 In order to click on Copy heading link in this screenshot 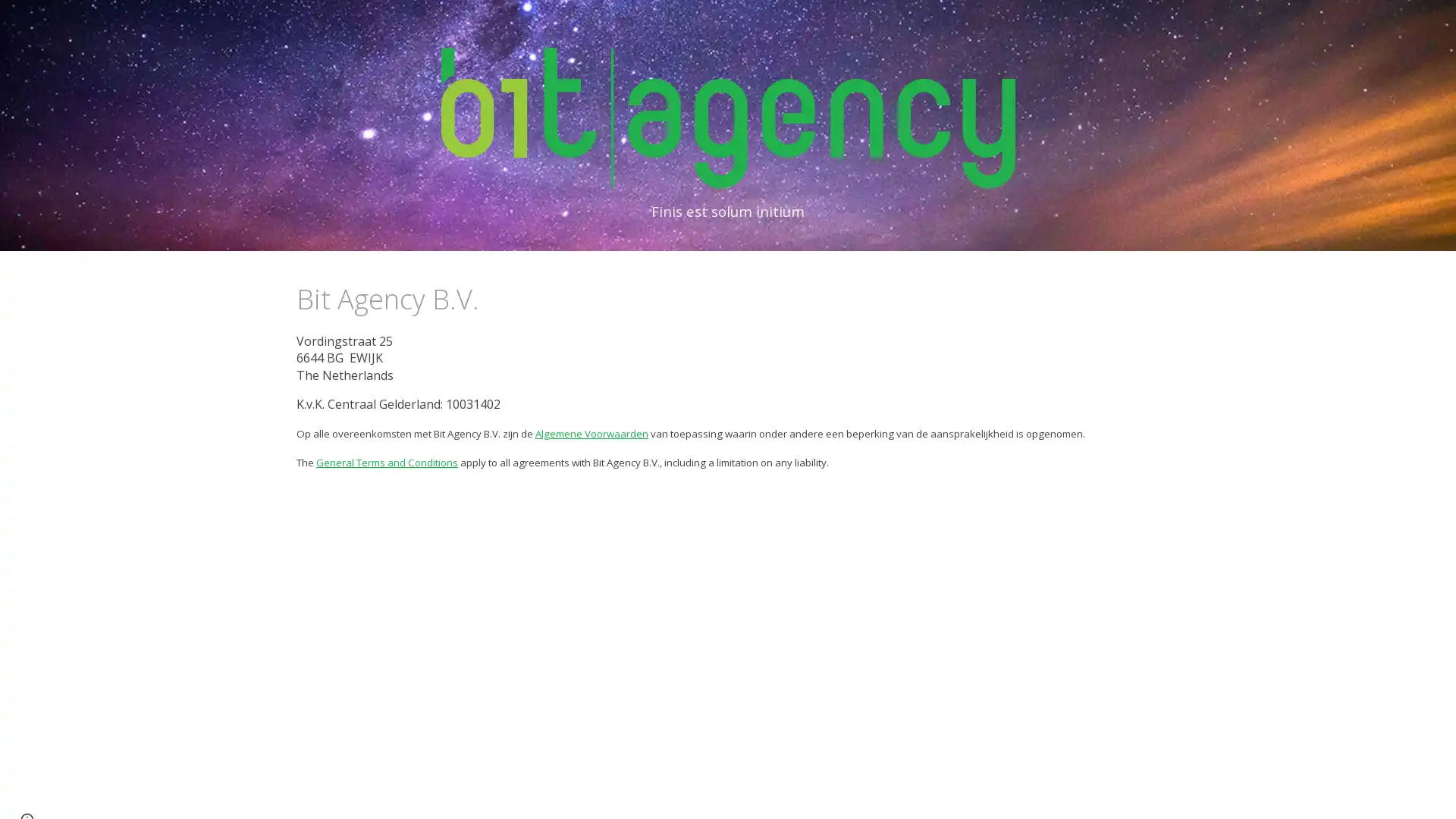, I will do `click(495, 298)`.